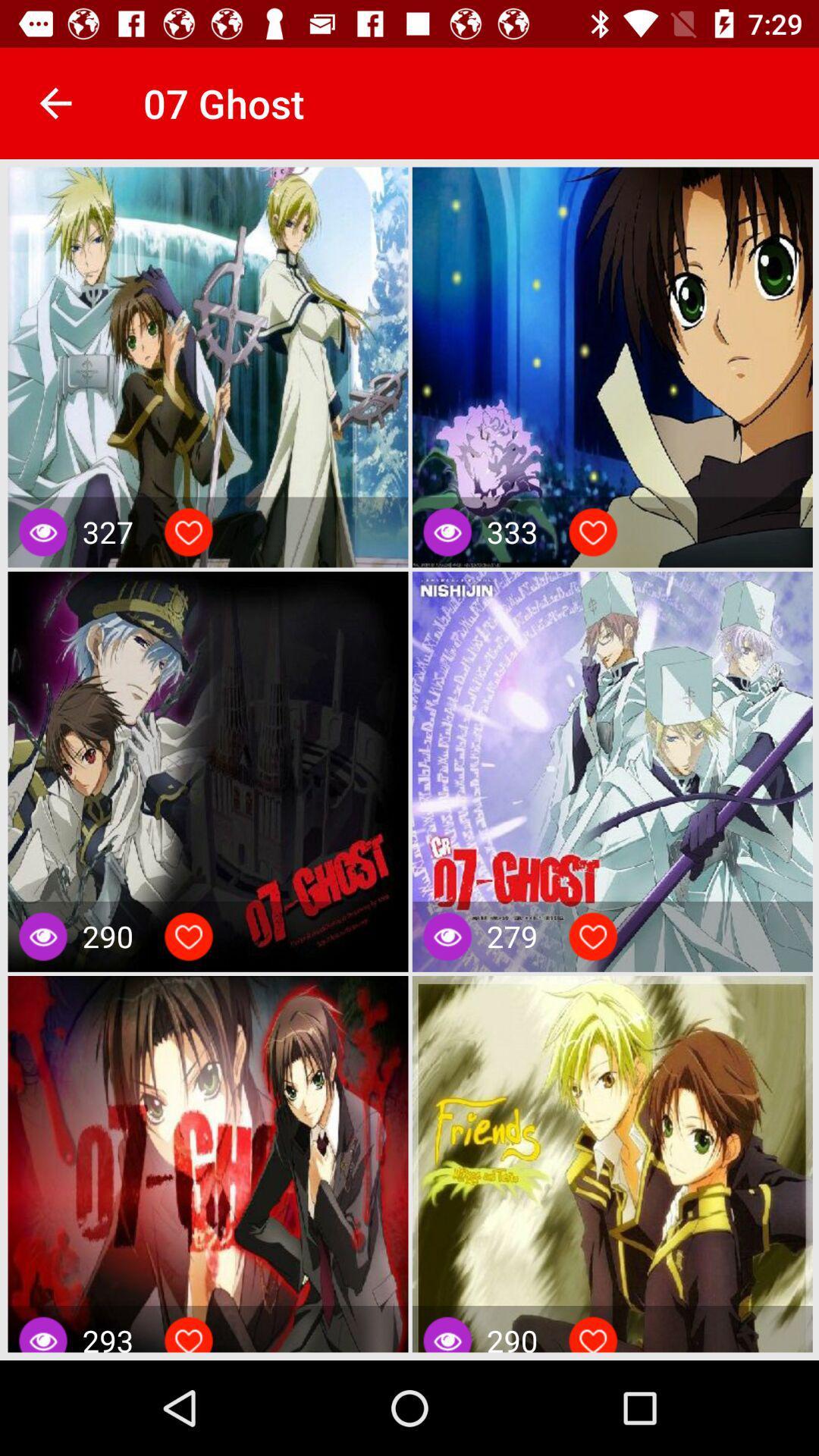 The image size is (819, 1456). What do you see at coordinates (188, 1338) in the screenshot?
I see `like` at bounding box center [188, 1338].